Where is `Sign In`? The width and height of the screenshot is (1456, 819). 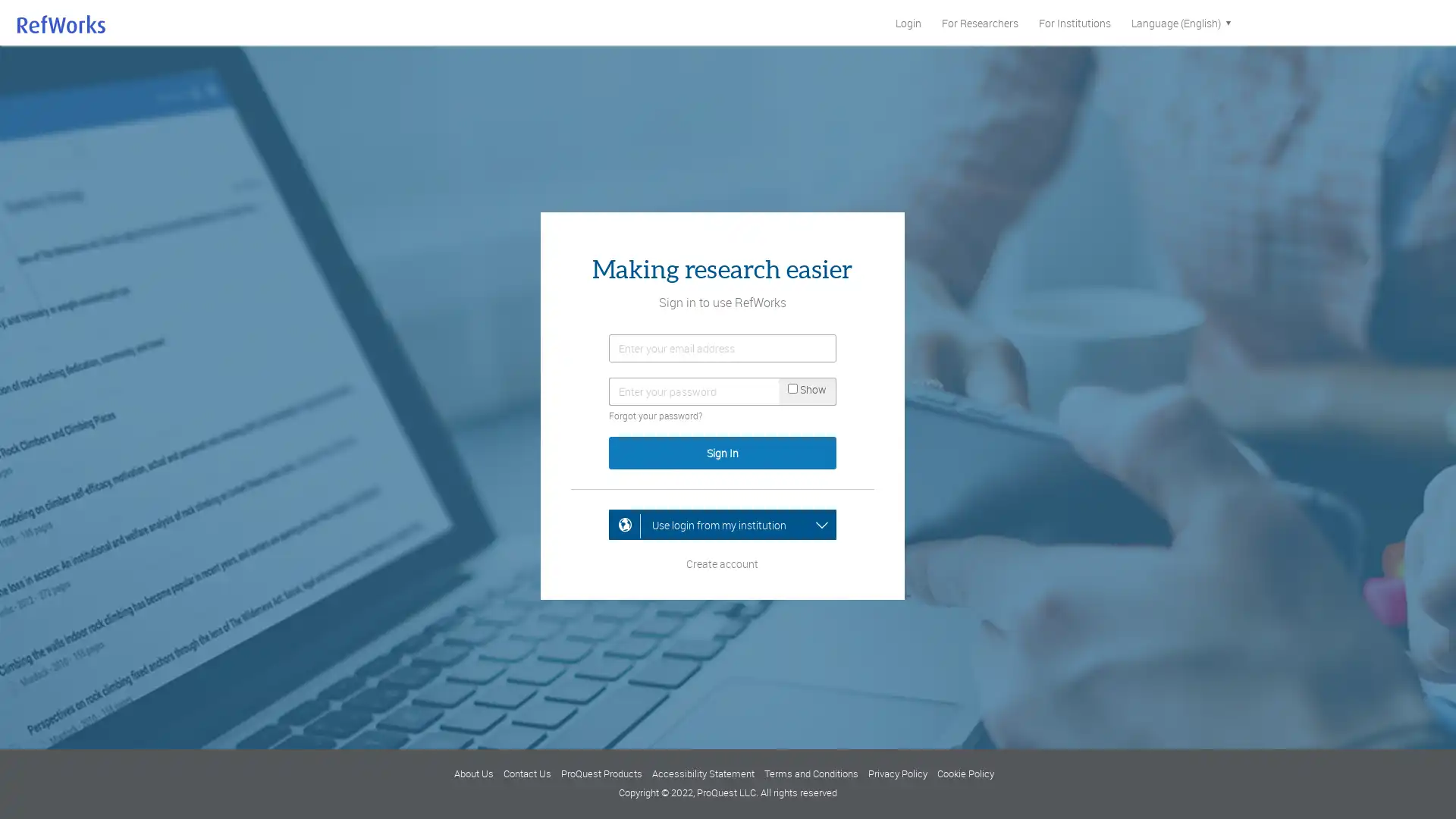
Sign In is located at coordinates (720, 452).